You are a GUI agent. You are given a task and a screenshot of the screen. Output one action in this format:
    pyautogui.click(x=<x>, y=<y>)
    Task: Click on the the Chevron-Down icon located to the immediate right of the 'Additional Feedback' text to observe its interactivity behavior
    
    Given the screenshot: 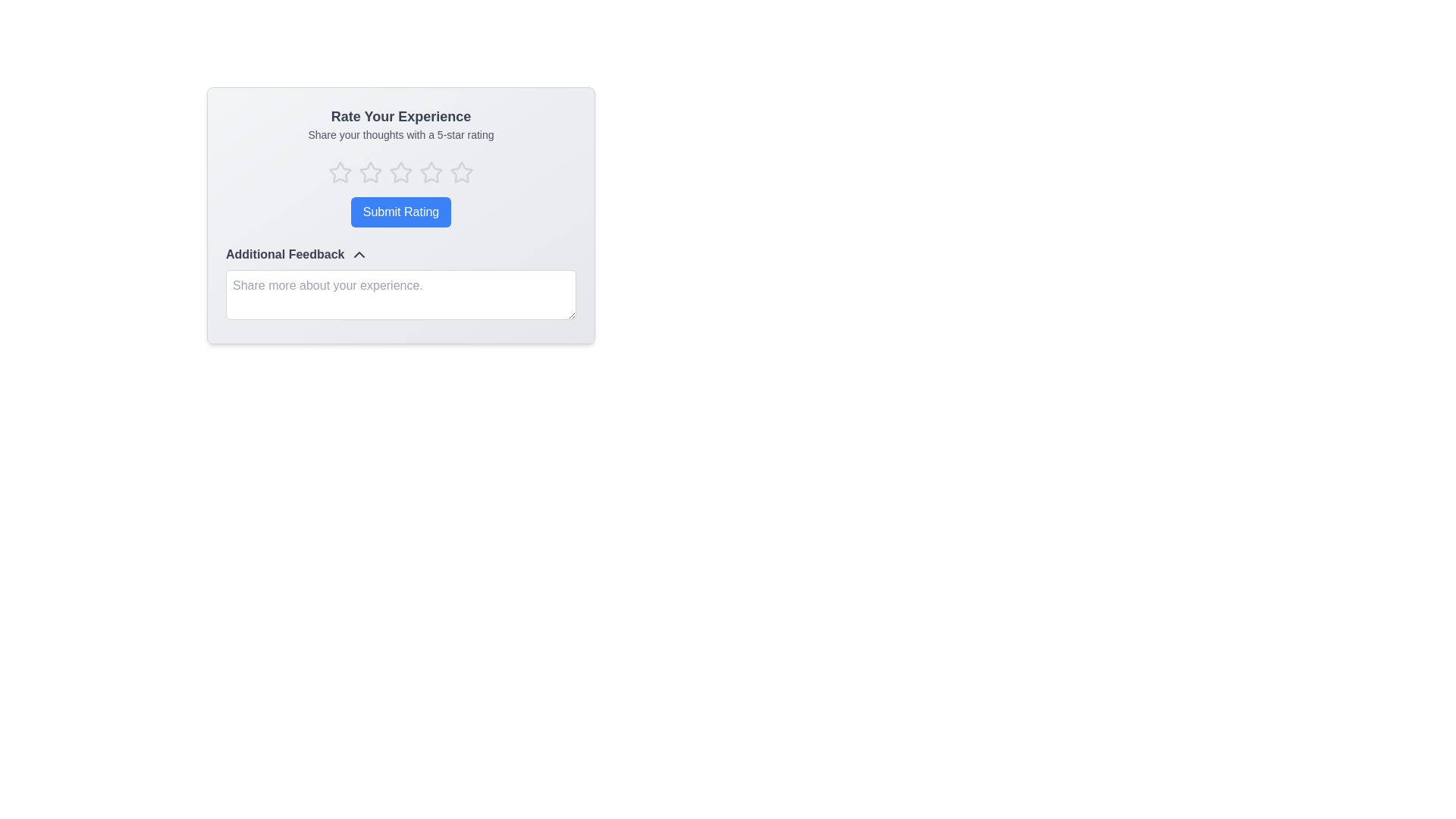 What is the action you would take?
    pyautogui.click(x=359, y=253)
    